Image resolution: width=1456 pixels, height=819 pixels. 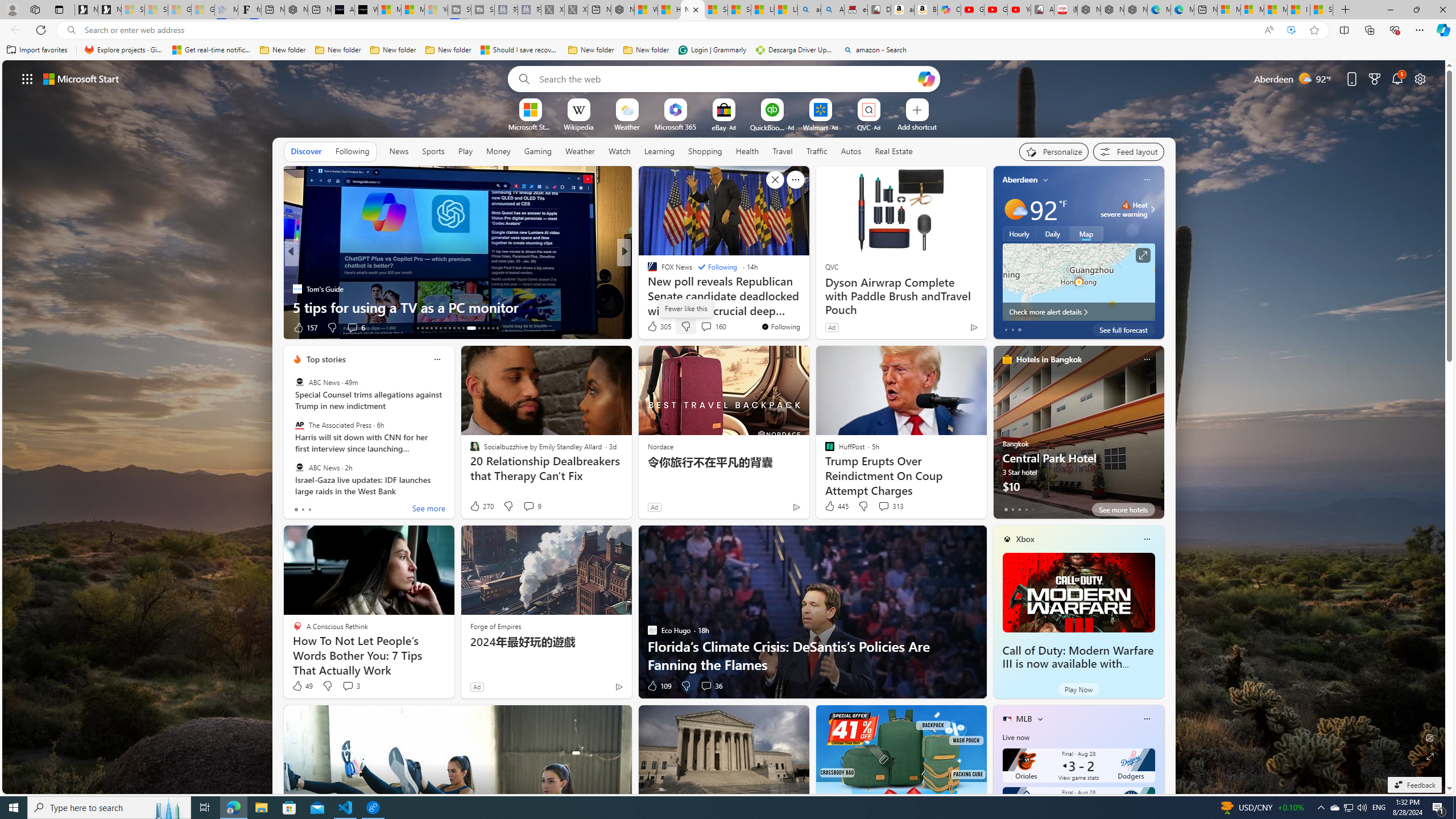 What do you see at coordinates (925, 78) in the screenshot?
I see `'Open Copilot'` at bounding box center [925, 78].